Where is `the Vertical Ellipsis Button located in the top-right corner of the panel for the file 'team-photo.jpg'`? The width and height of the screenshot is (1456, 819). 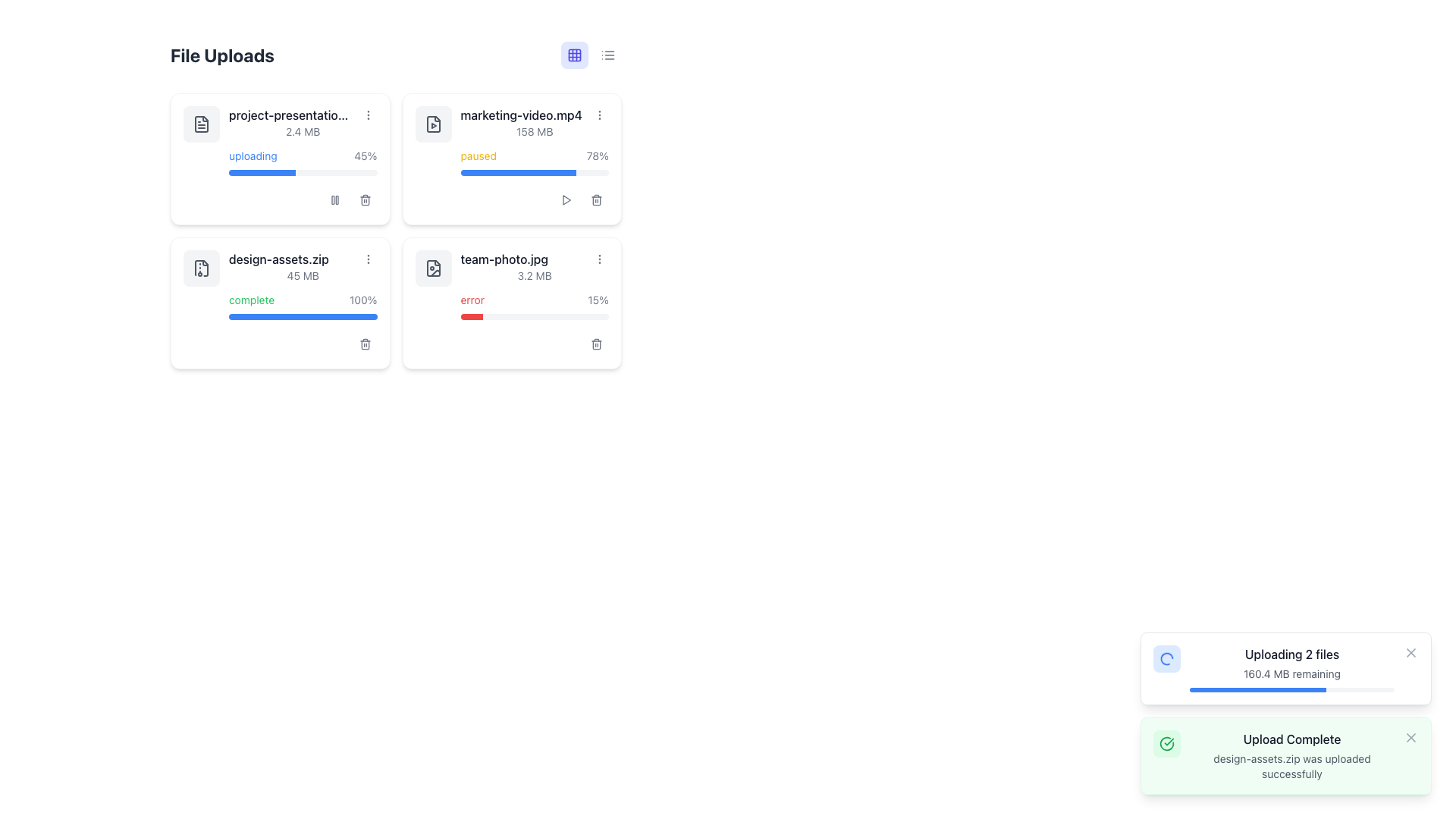
the Vertical Ellipsis Button located in the top-right corner of the panel for the file 'team-photo.jpg' is located at coordinates (599, 259).